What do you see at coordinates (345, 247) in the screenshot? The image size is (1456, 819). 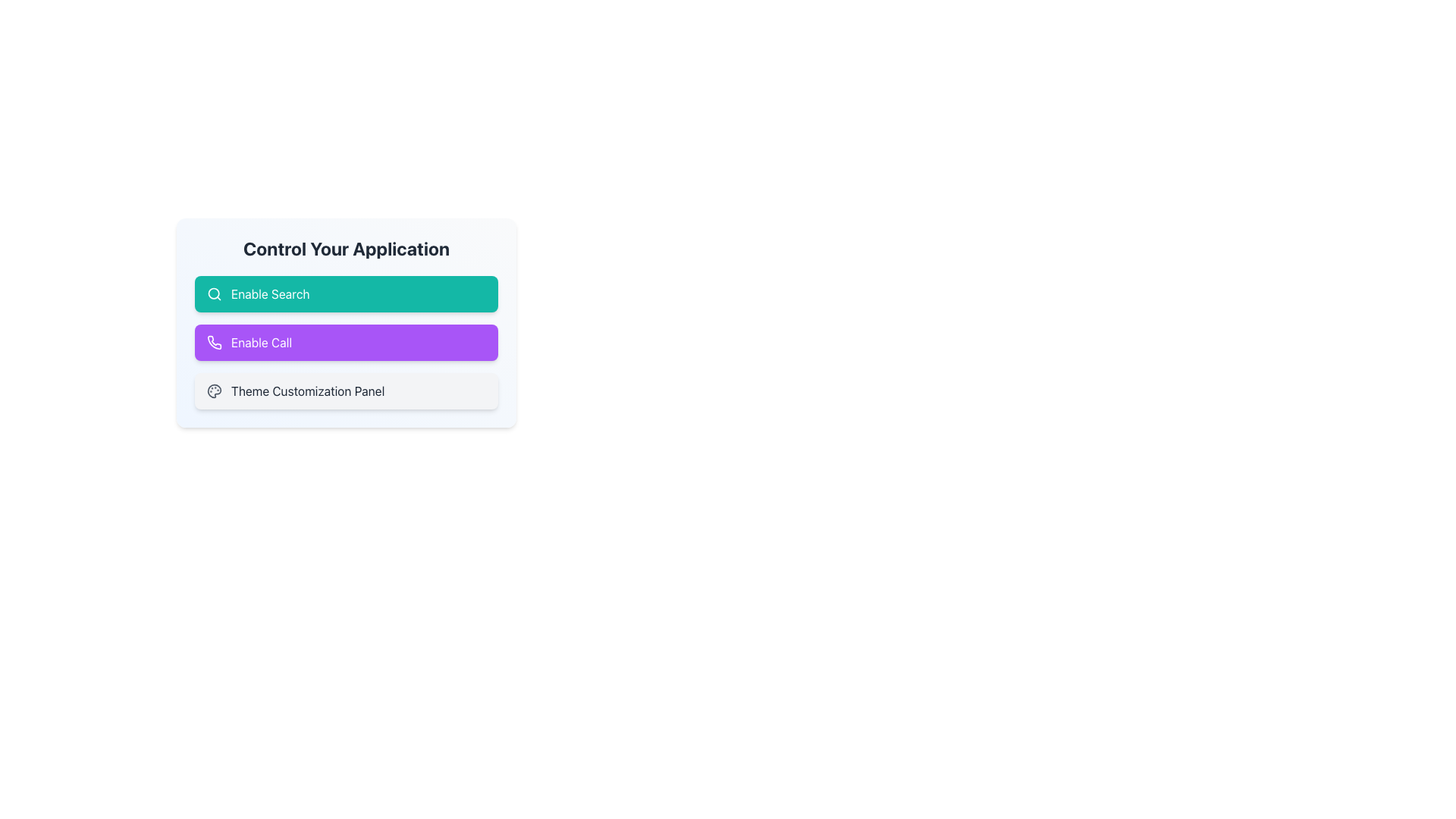 I see `the title text element located at the top of the card, which summarizes the purpose of the options below it` at bounding box center [345, 247].